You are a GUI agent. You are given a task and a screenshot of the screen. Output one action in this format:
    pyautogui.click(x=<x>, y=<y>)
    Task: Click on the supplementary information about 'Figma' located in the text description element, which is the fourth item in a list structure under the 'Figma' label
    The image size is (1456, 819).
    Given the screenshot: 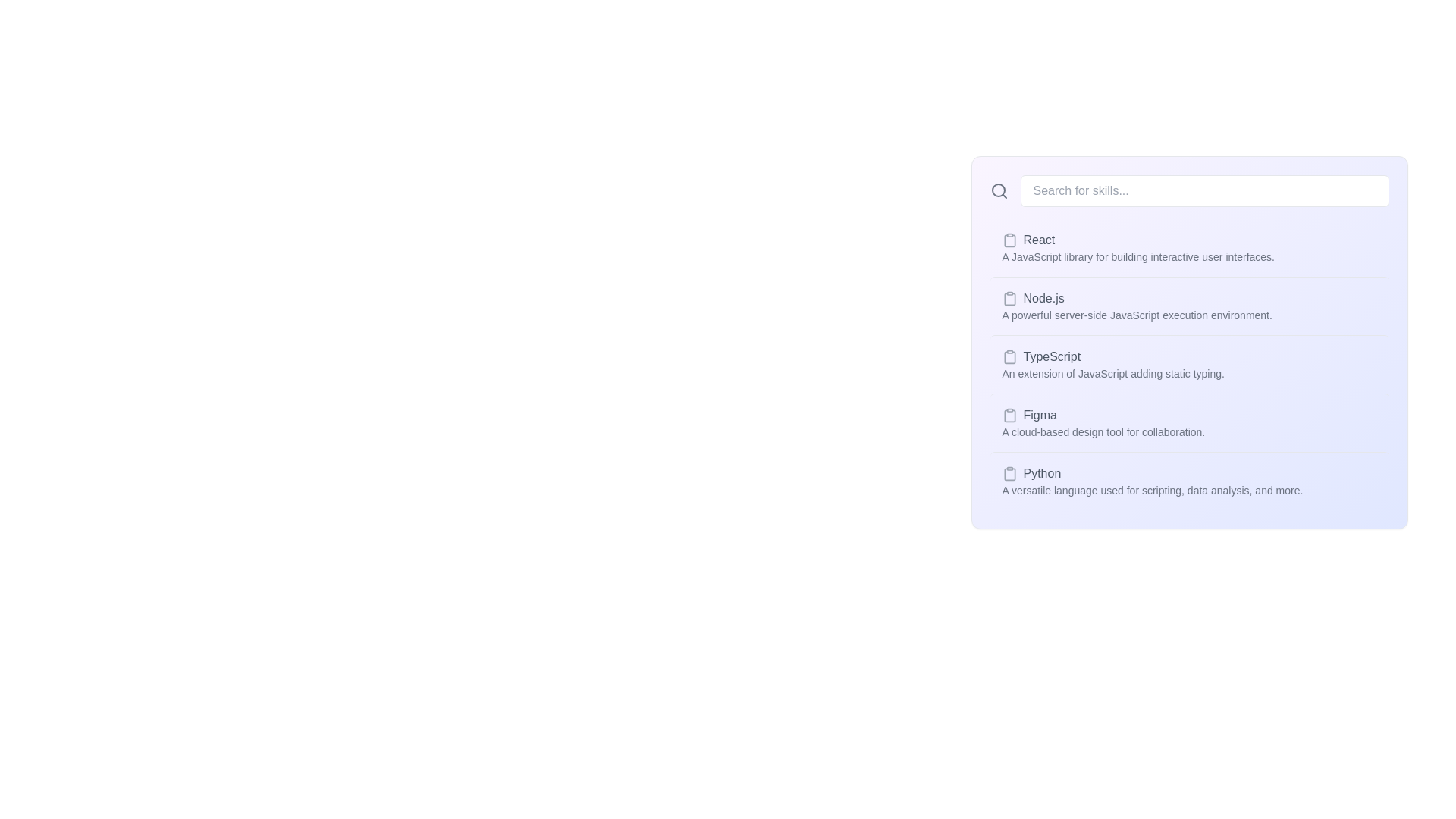 What is the action you would take?
    pyautogui.click(x=1103, y=432)
    